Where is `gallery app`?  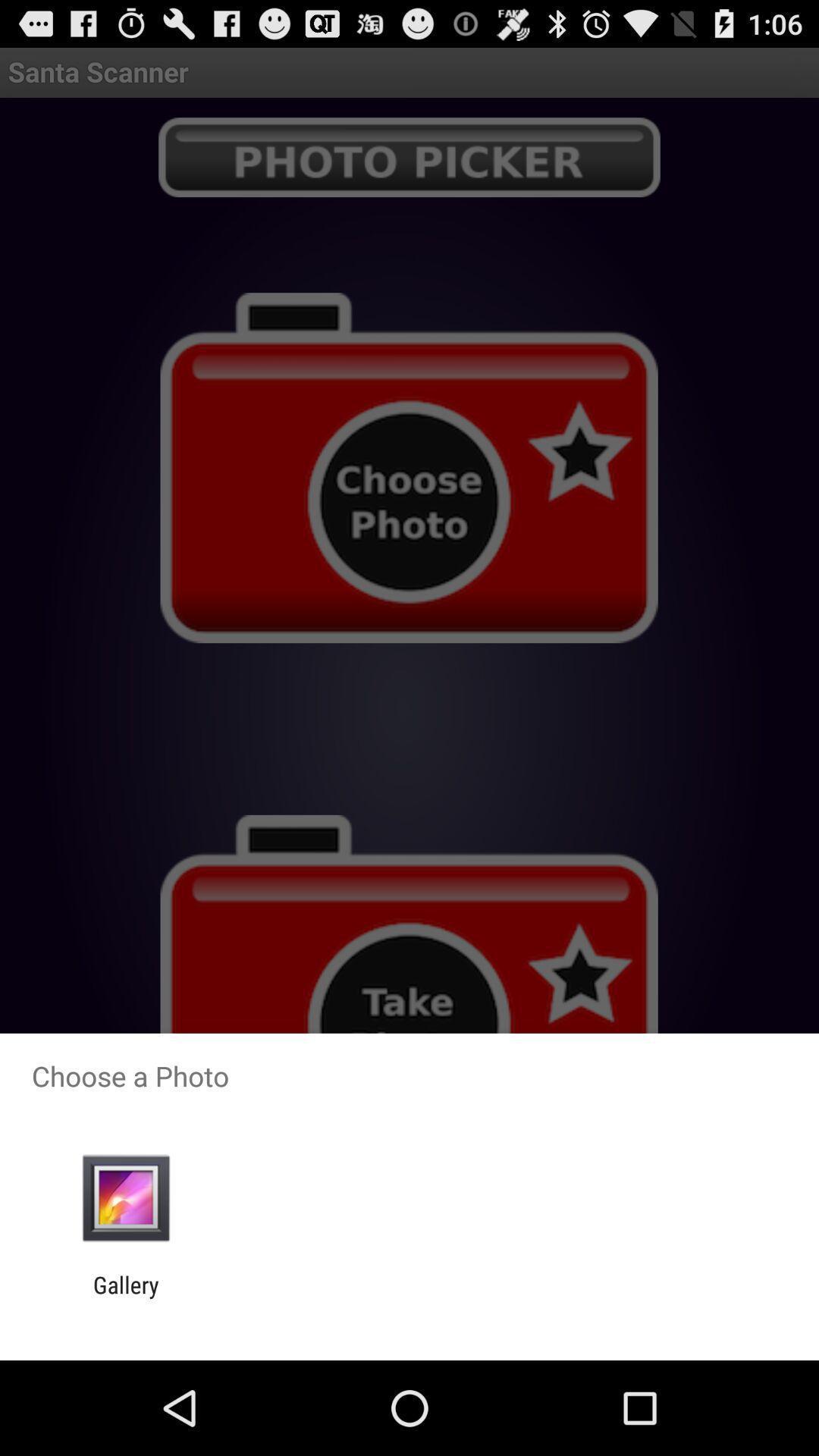
gallery app is located at coordinates (125, 1298).